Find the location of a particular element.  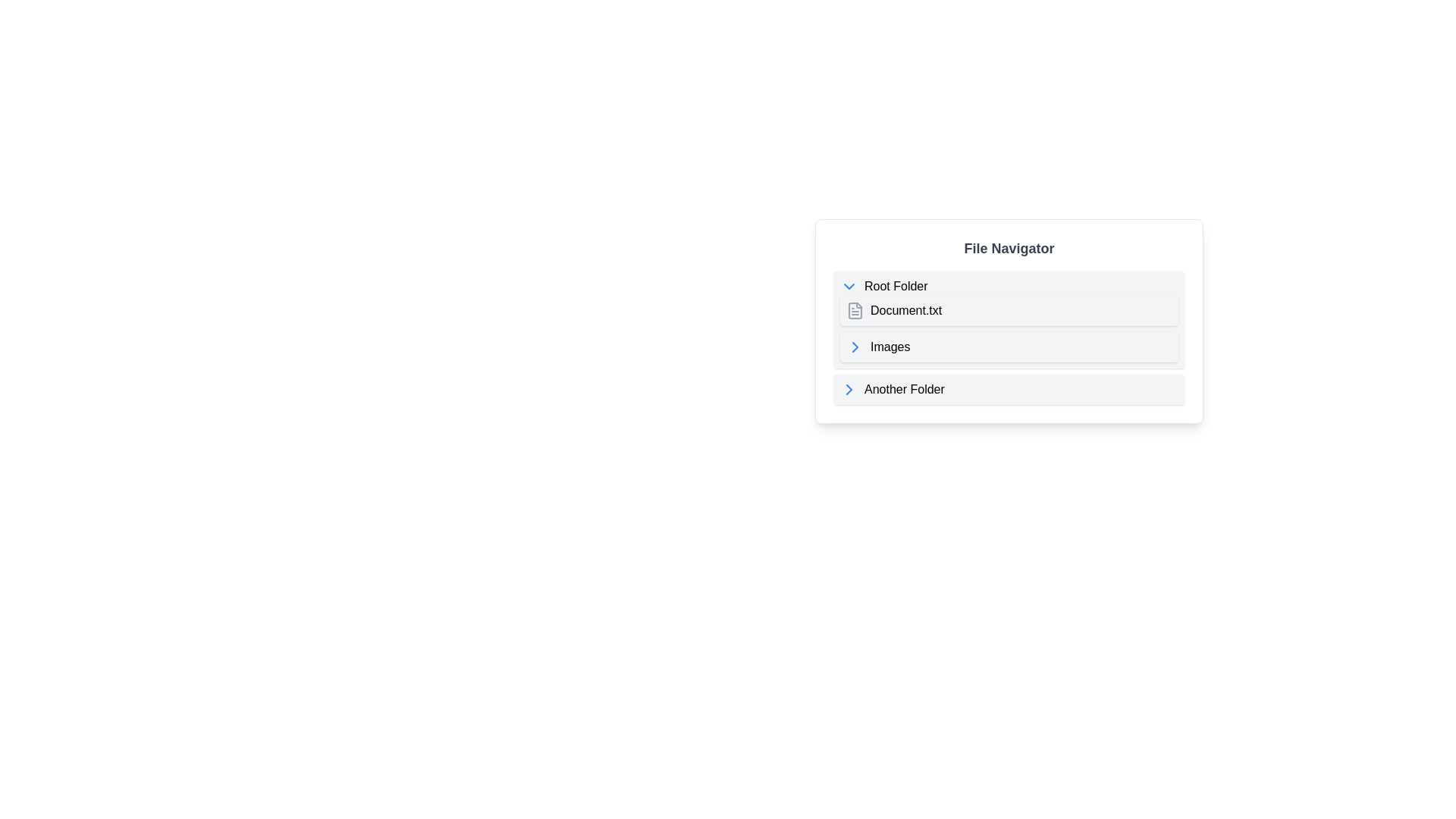

the 'Document.txt' file item in the File Navigator is located at coordinates (1009, 321).